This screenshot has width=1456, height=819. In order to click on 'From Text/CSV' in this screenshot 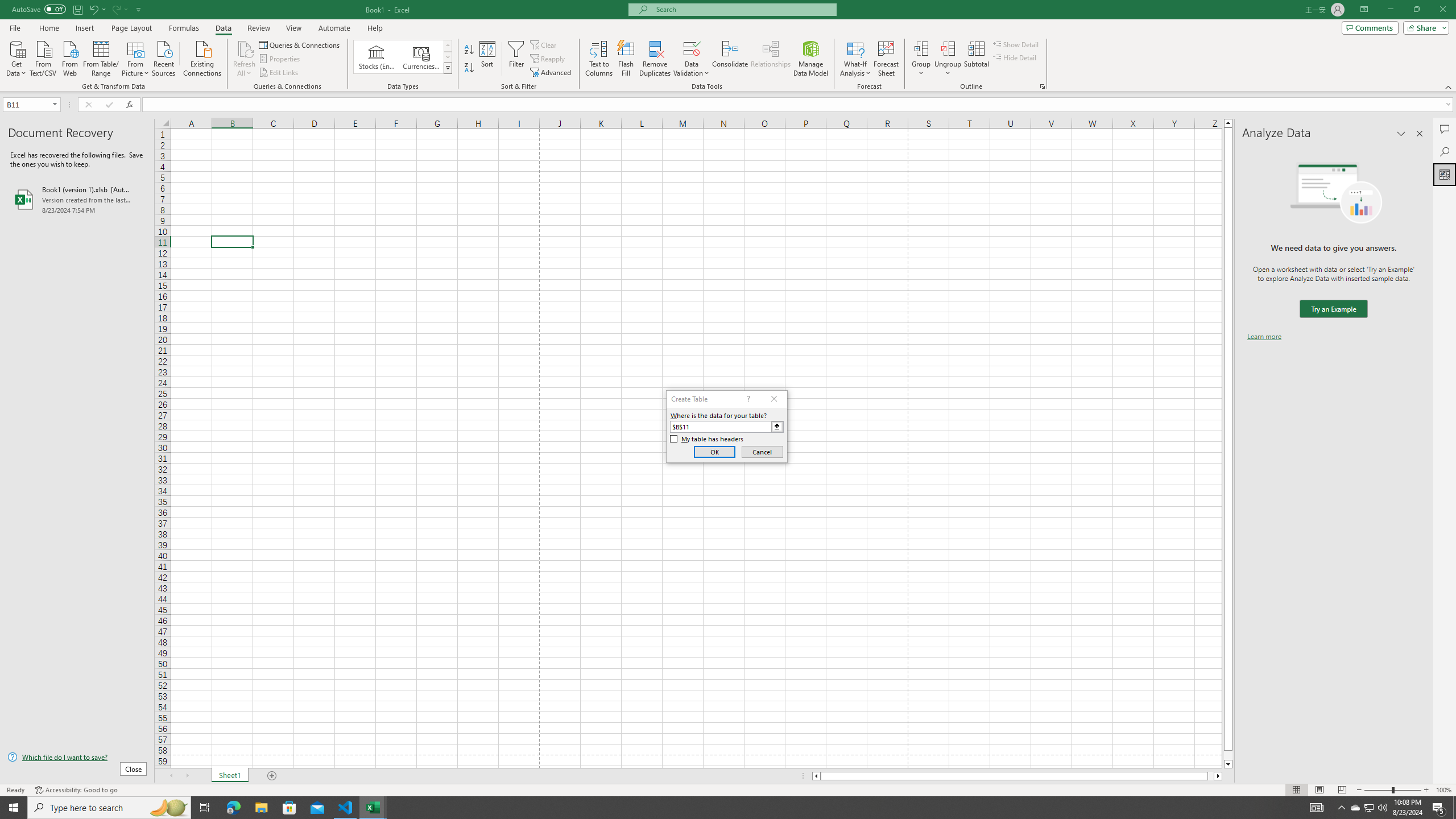, I will do `click(43, 57)`.